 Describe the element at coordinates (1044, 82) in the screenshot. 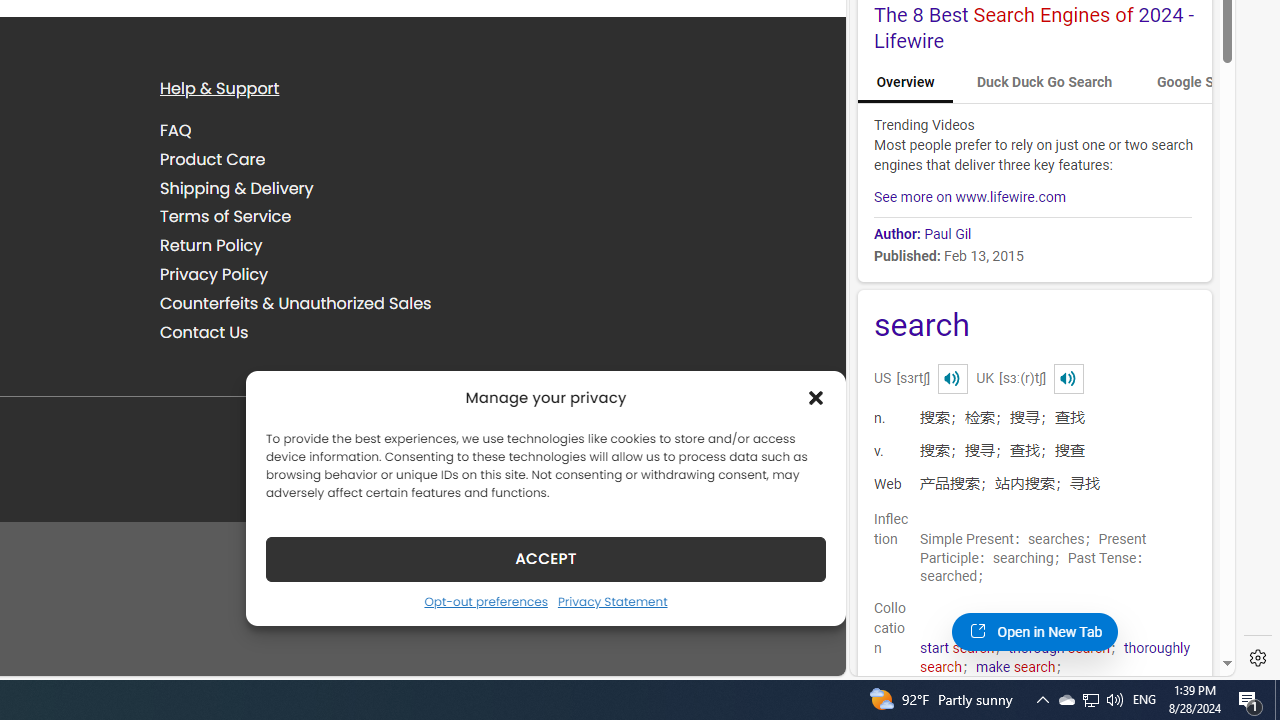

I see `'Duck Duck Go Search'` at that location.